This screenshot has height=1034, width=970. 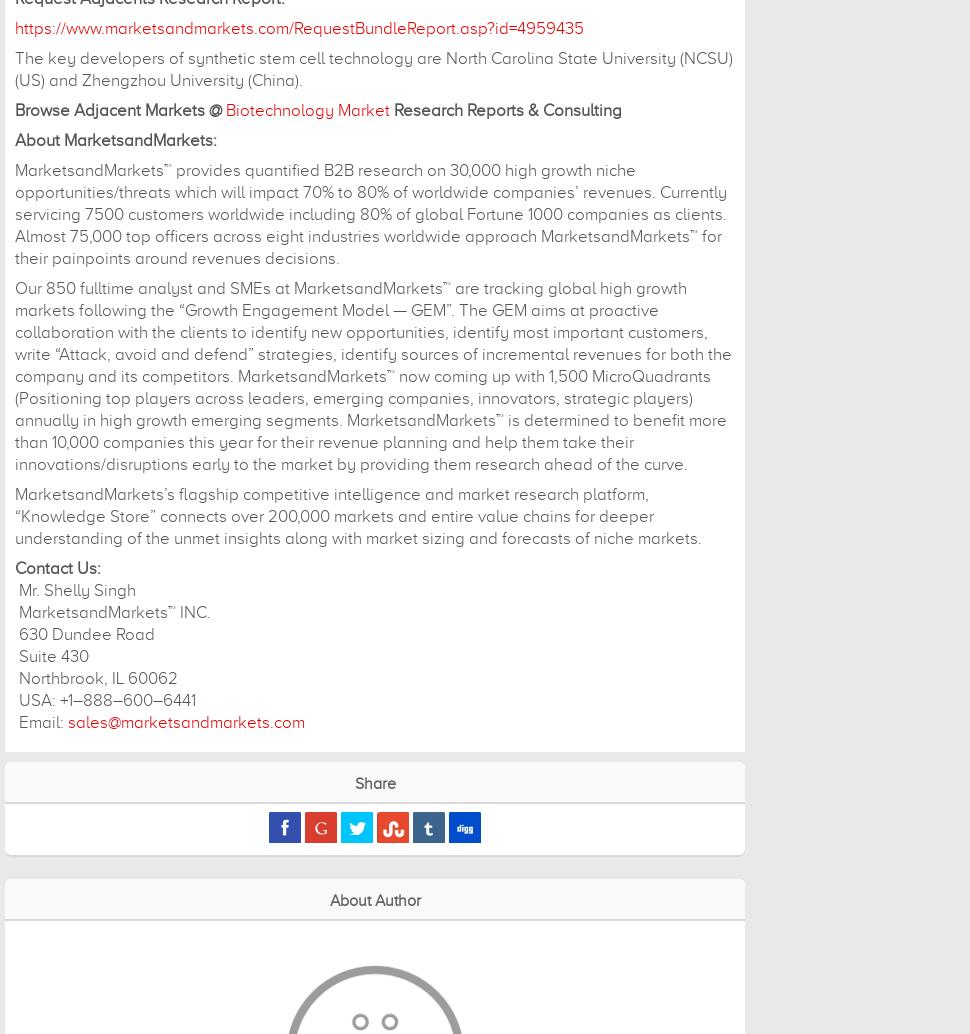 What do you see at coordinates (15, 634) in the screenshot?
I see `'630 Dundee Road'` at bounding box center [15, 634].